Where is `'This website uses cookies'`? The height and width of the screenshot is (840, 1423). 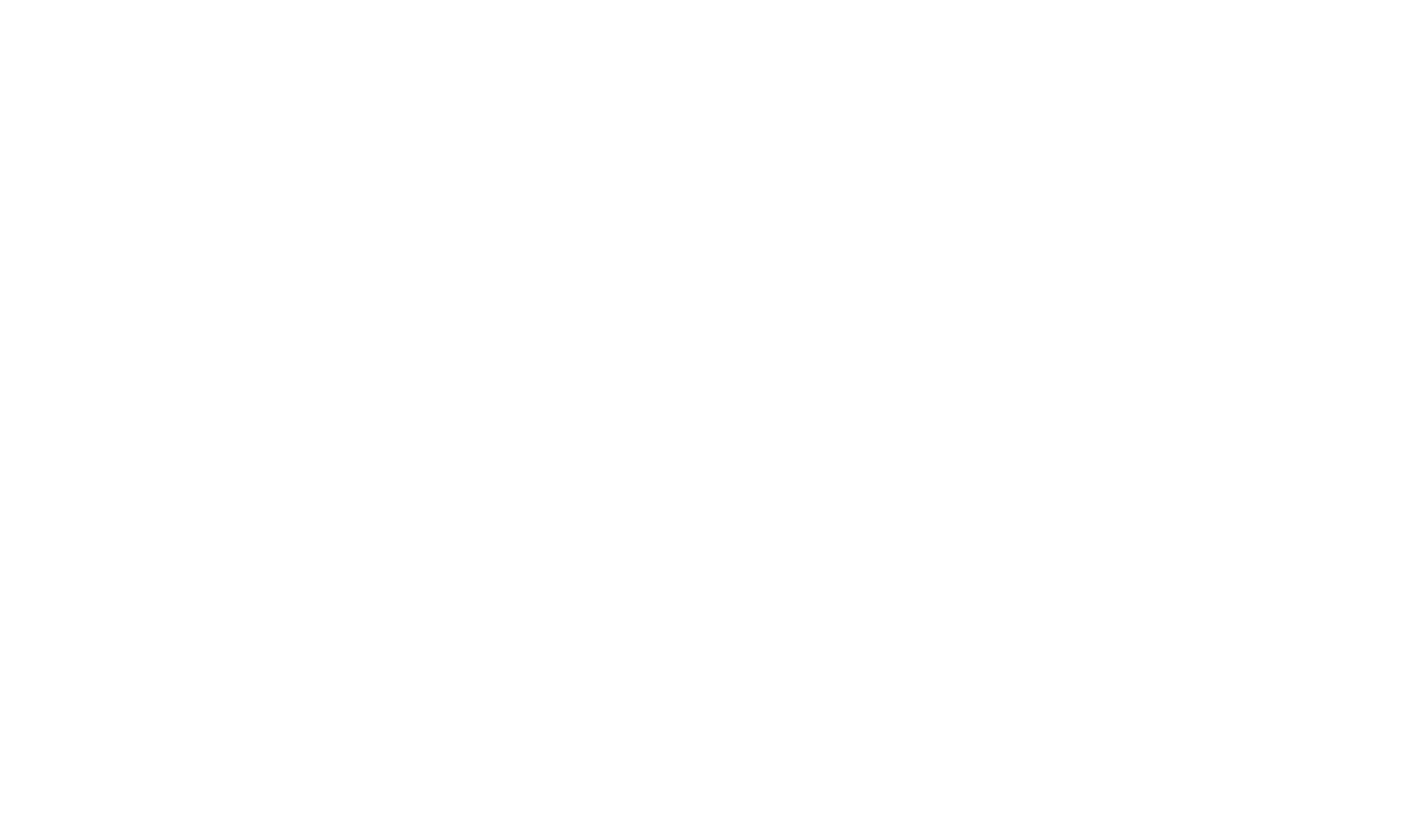
'This website uses cookies' is located at coordinates (312, 698).